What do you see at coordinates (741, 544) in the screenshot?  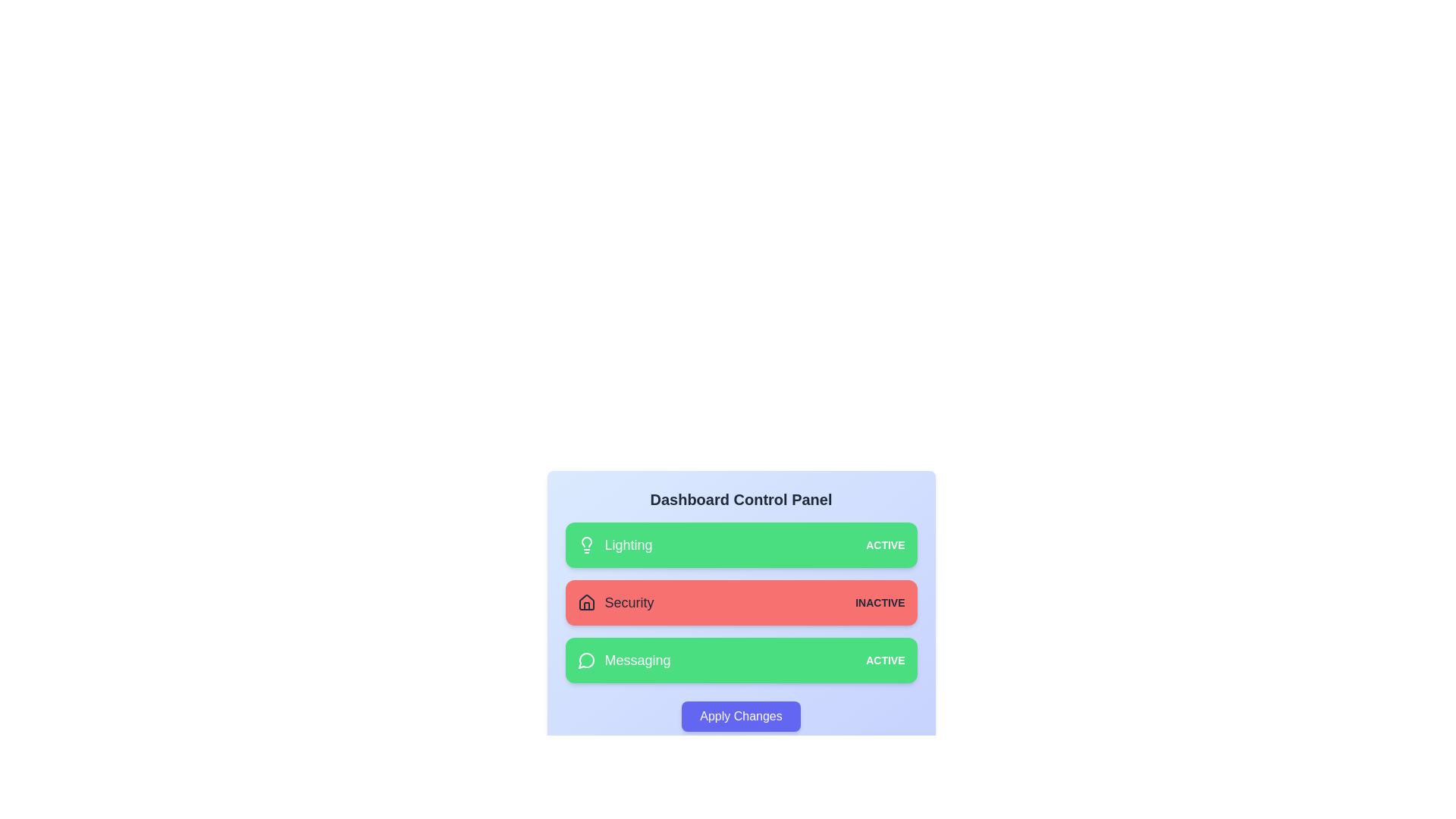 I see `the card corresponding to Lighting to toggle its state` at bounding box center [741, 544].